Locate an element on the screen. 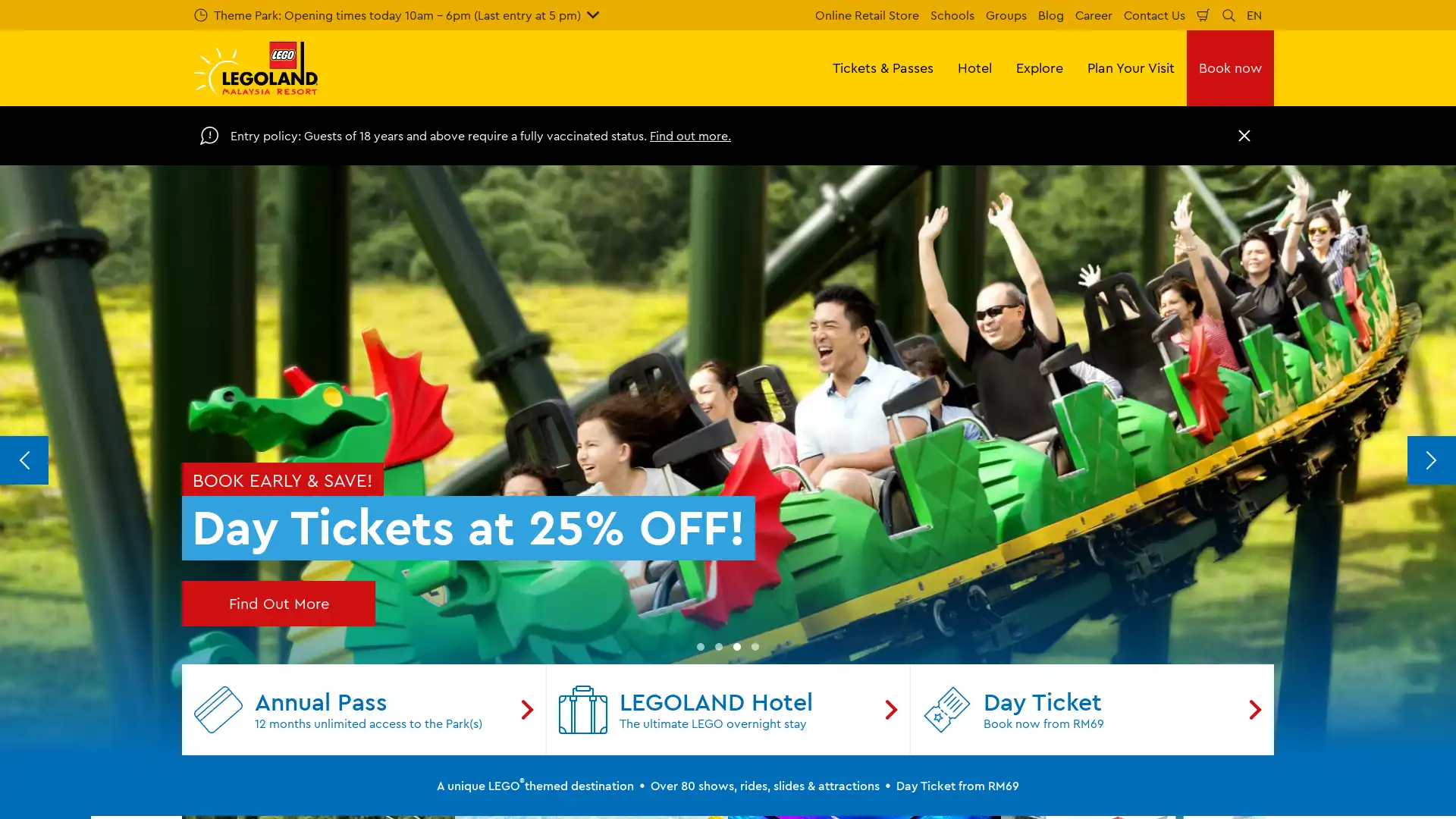  Close is located at coordinates (1244, 134).